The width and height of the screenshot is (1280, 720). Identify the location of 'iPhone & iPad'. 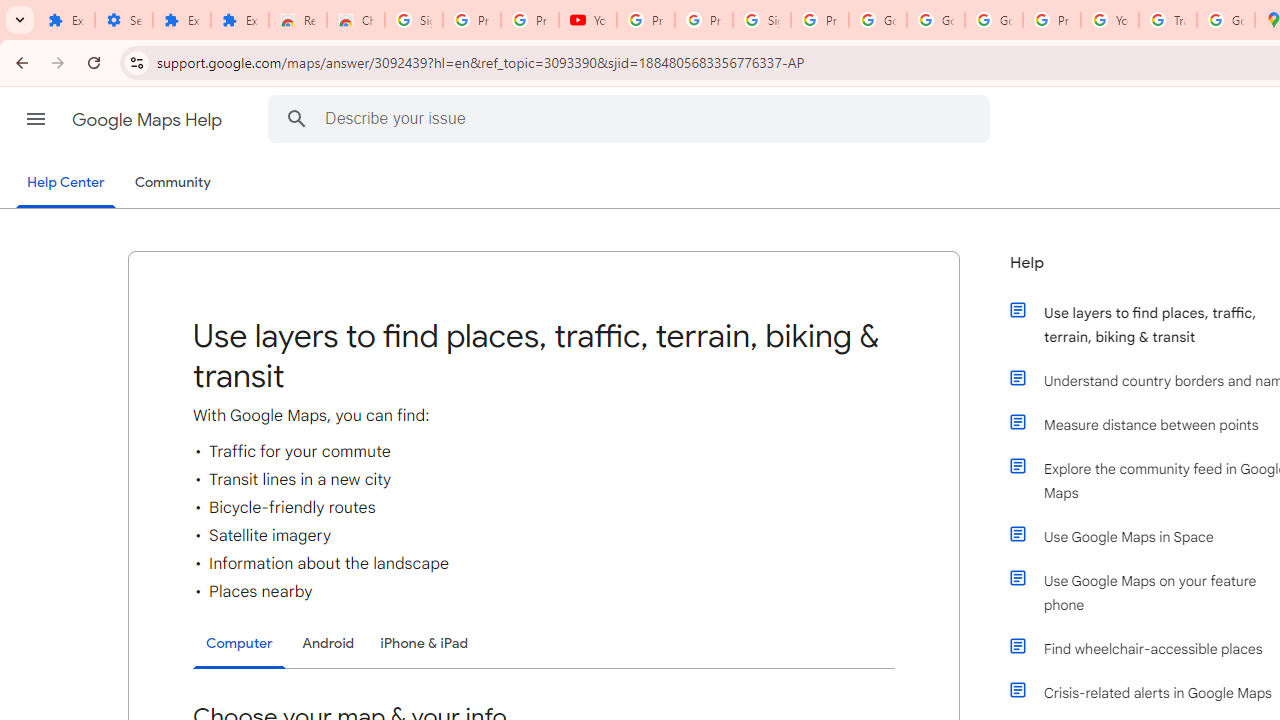
(423, 643).